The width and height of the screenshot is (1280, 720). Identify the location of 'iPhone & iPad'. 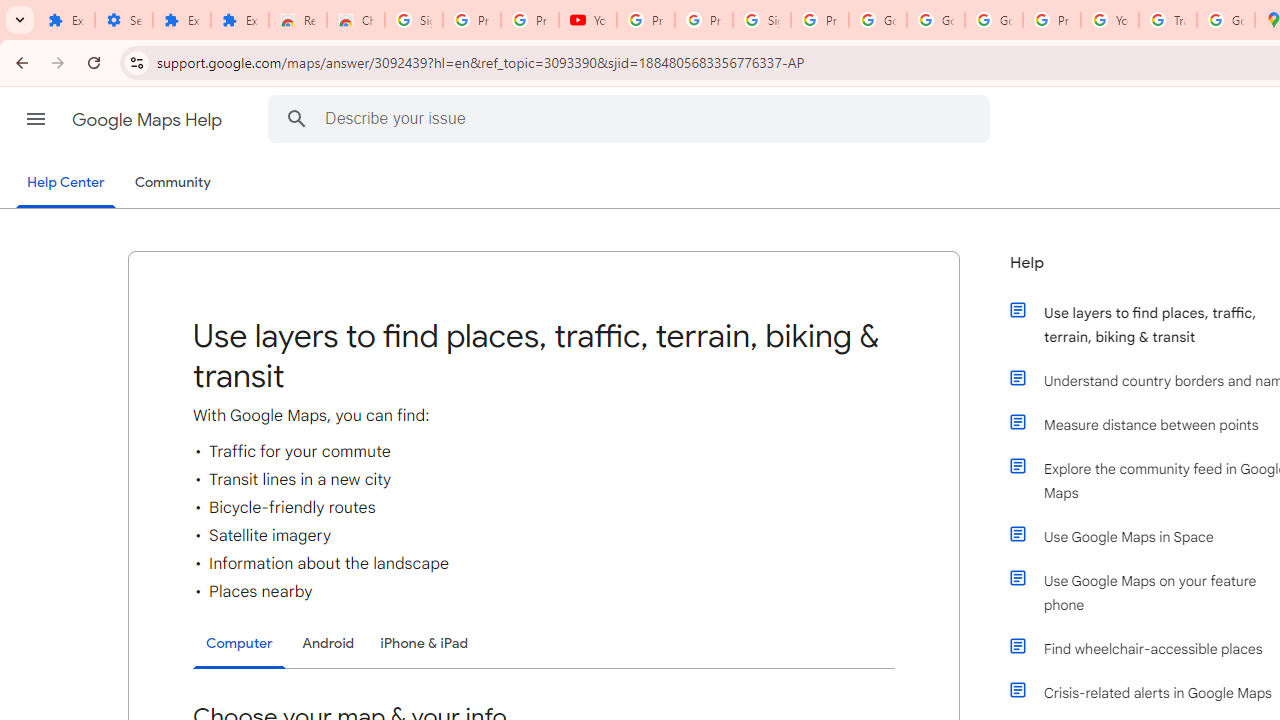
(423, 643).